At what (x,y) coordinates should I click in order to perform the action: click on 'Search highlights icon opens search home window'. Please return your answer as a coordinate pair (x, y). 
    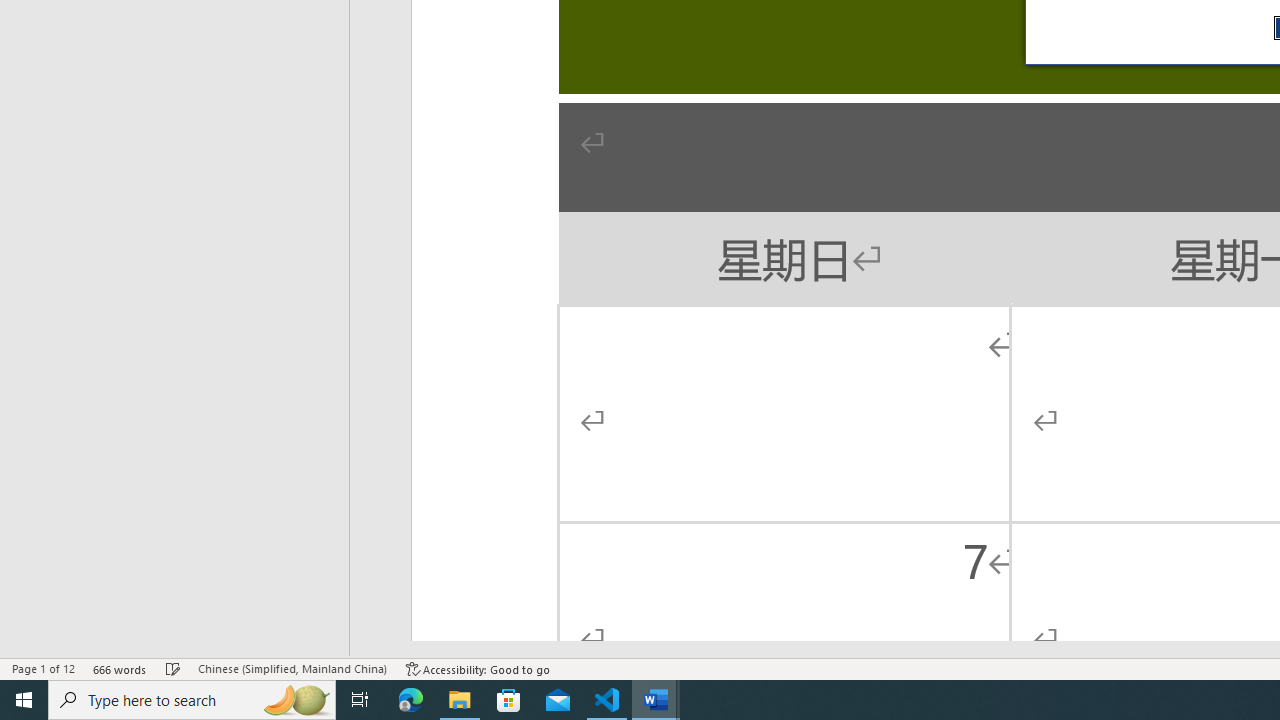
    Looking at the image, I should click on (294, 698).